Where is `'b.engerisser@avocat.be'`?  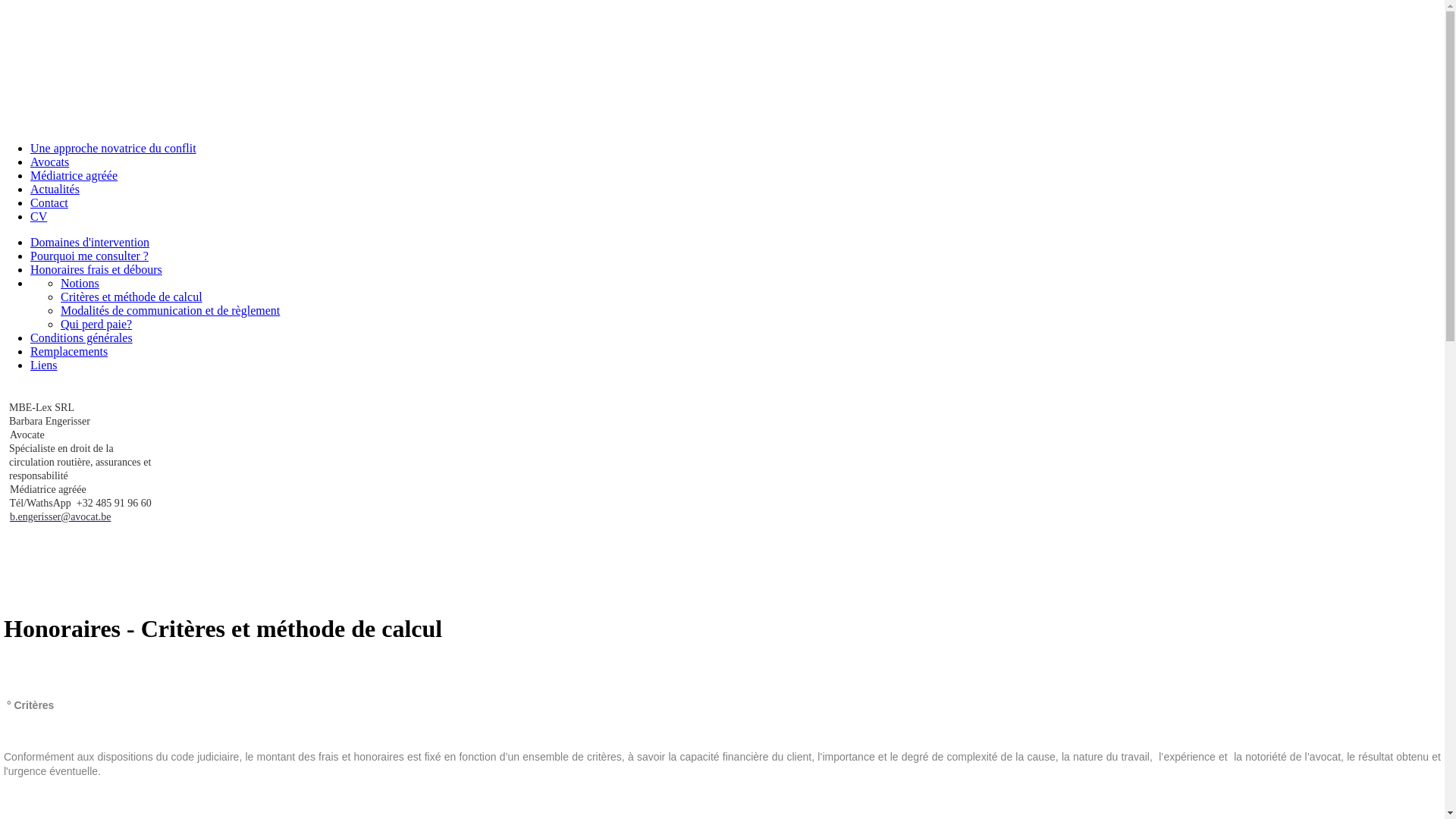
'b.engerisser@avocat.be' is located at coordinates (60, 516).